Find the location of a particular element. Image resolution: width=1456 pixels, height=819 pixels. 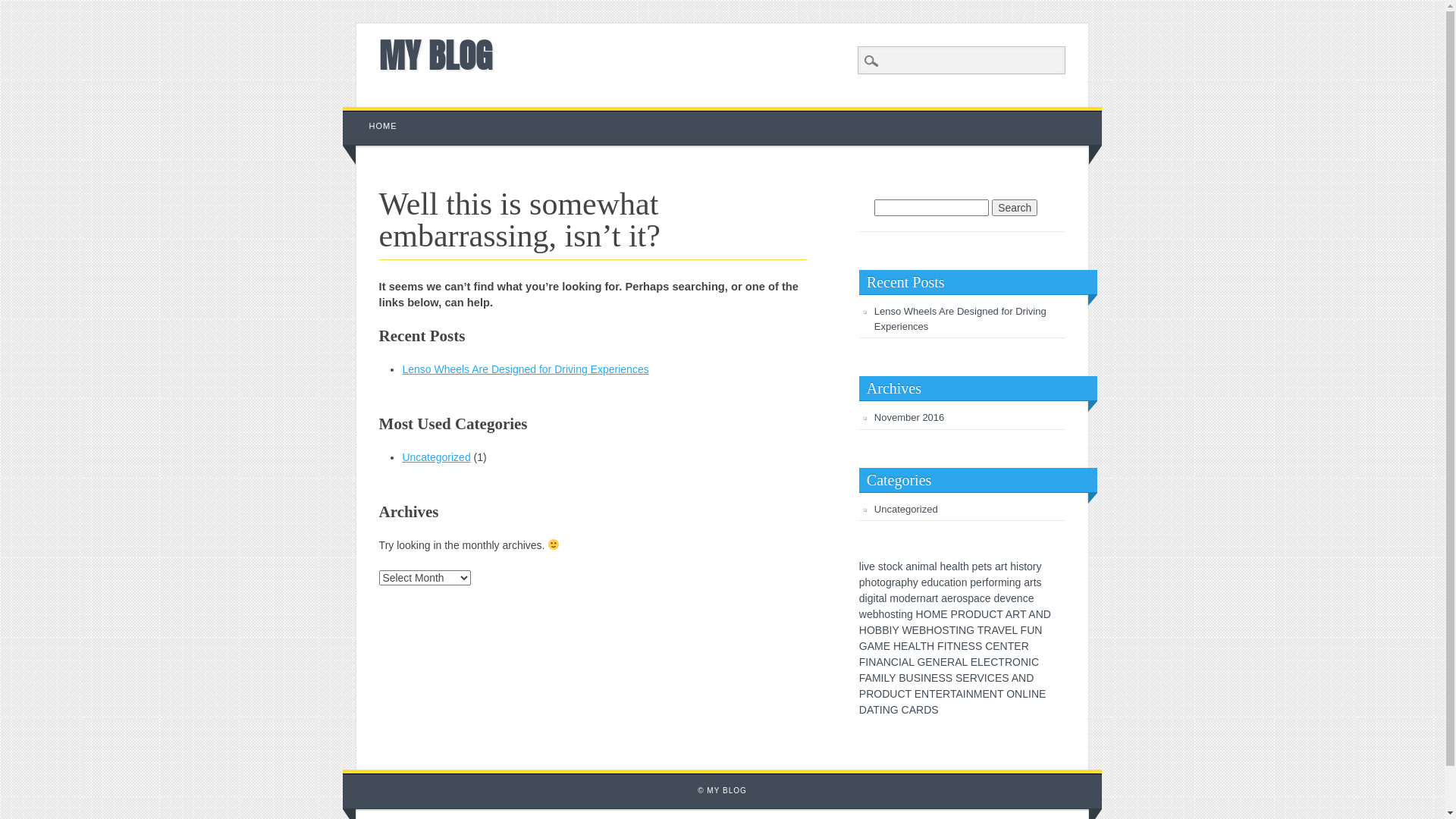

'N' is located at coordinates (927, 677).